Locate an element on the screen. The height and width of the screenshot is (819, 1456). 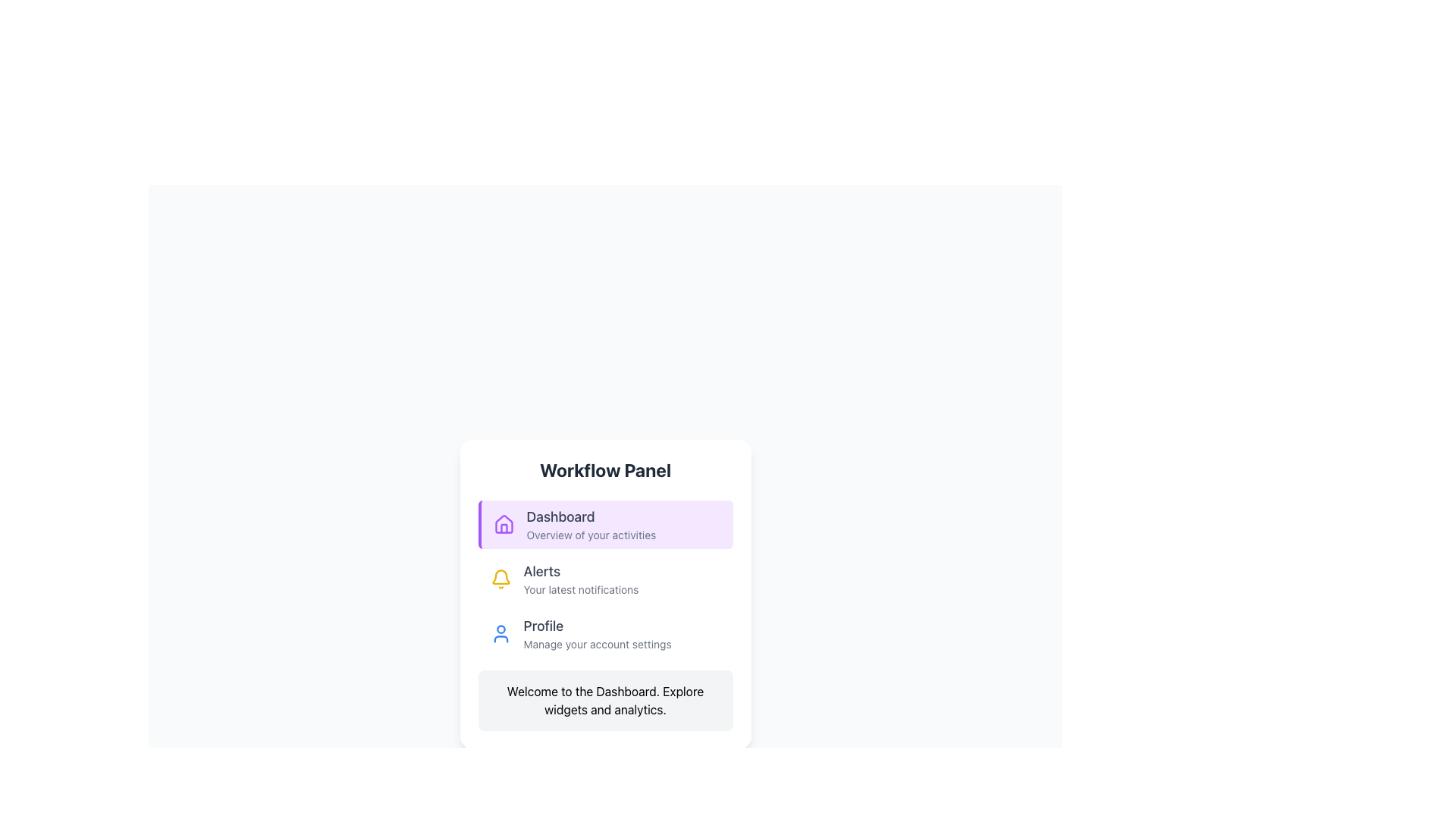
the 'Alerts' section of the navigation menu located in the central 'Workflow Panel' is located at coordinates (604, 579).